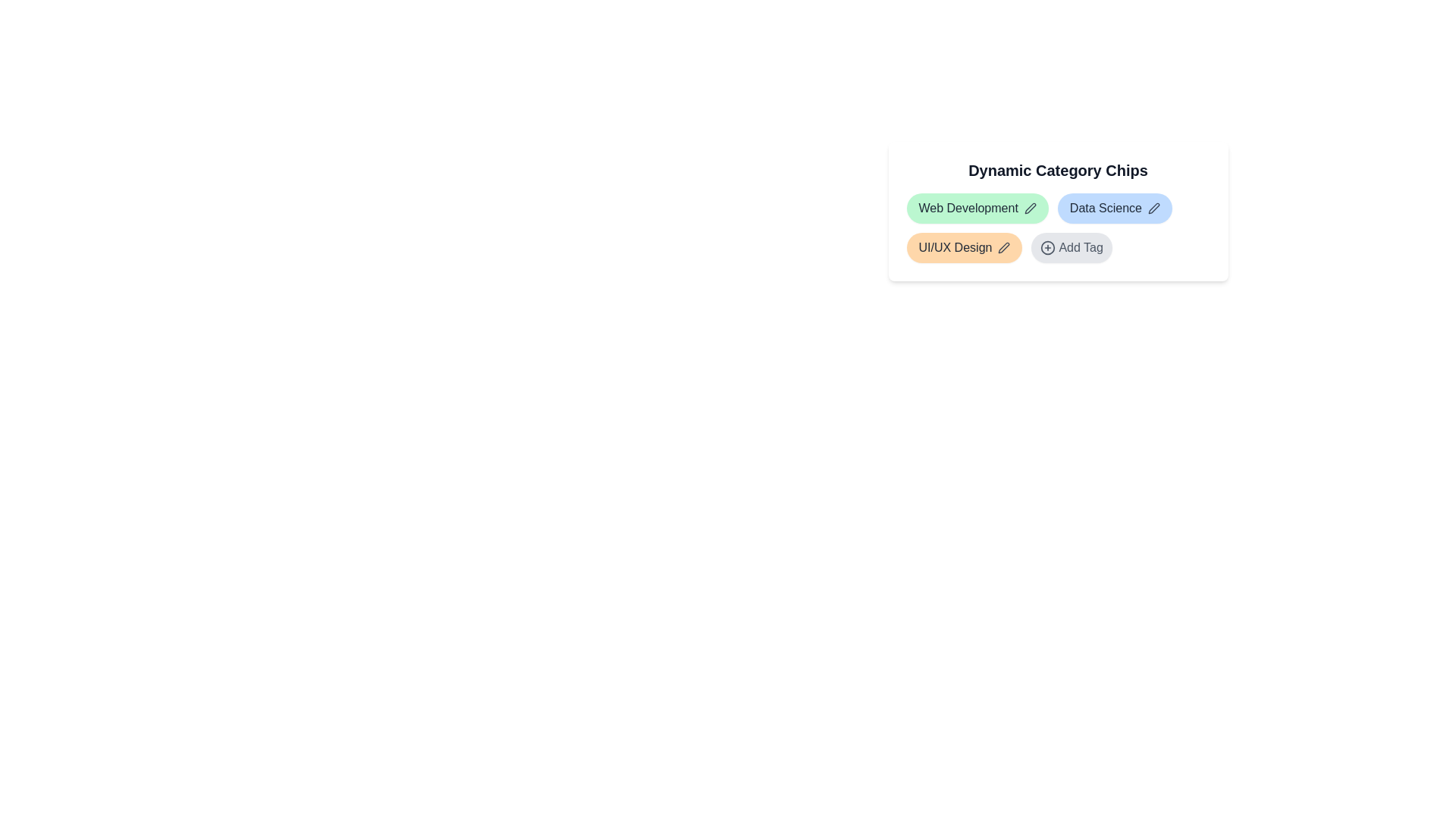 The image size is (1456, 819). What do you see at coordinates (964, 247) in the screenshot?
I see `the tag chip labeled UI/UX Design to select or interact with it` at bounding box center [964, 247].